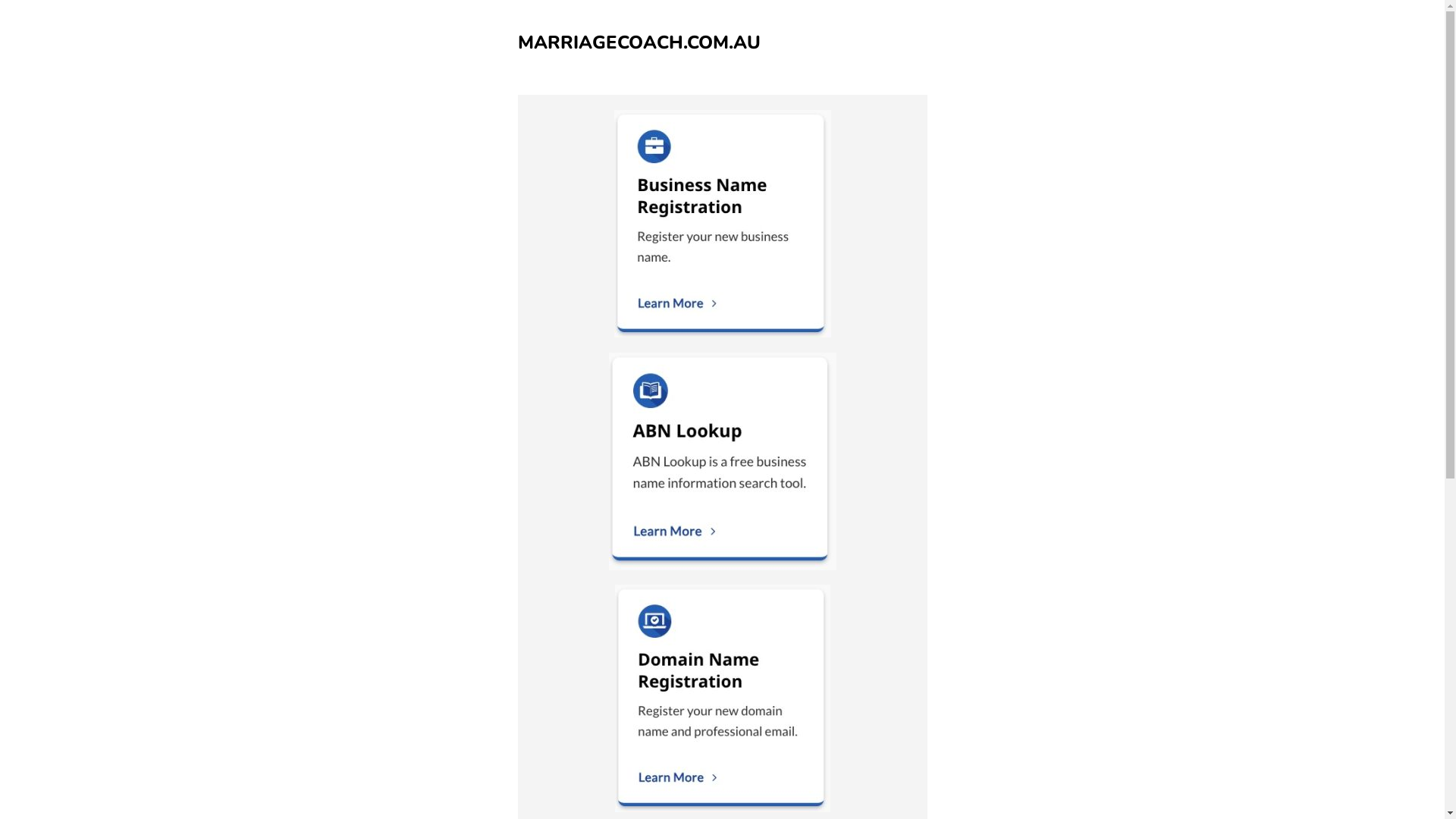 This screenshot has height=819, width=1456. What do you see at coordinates (516, 42) in the screenshot?
I see `'MARRIAGECOACH.COM.AU'` at bounding box center [516, 42].